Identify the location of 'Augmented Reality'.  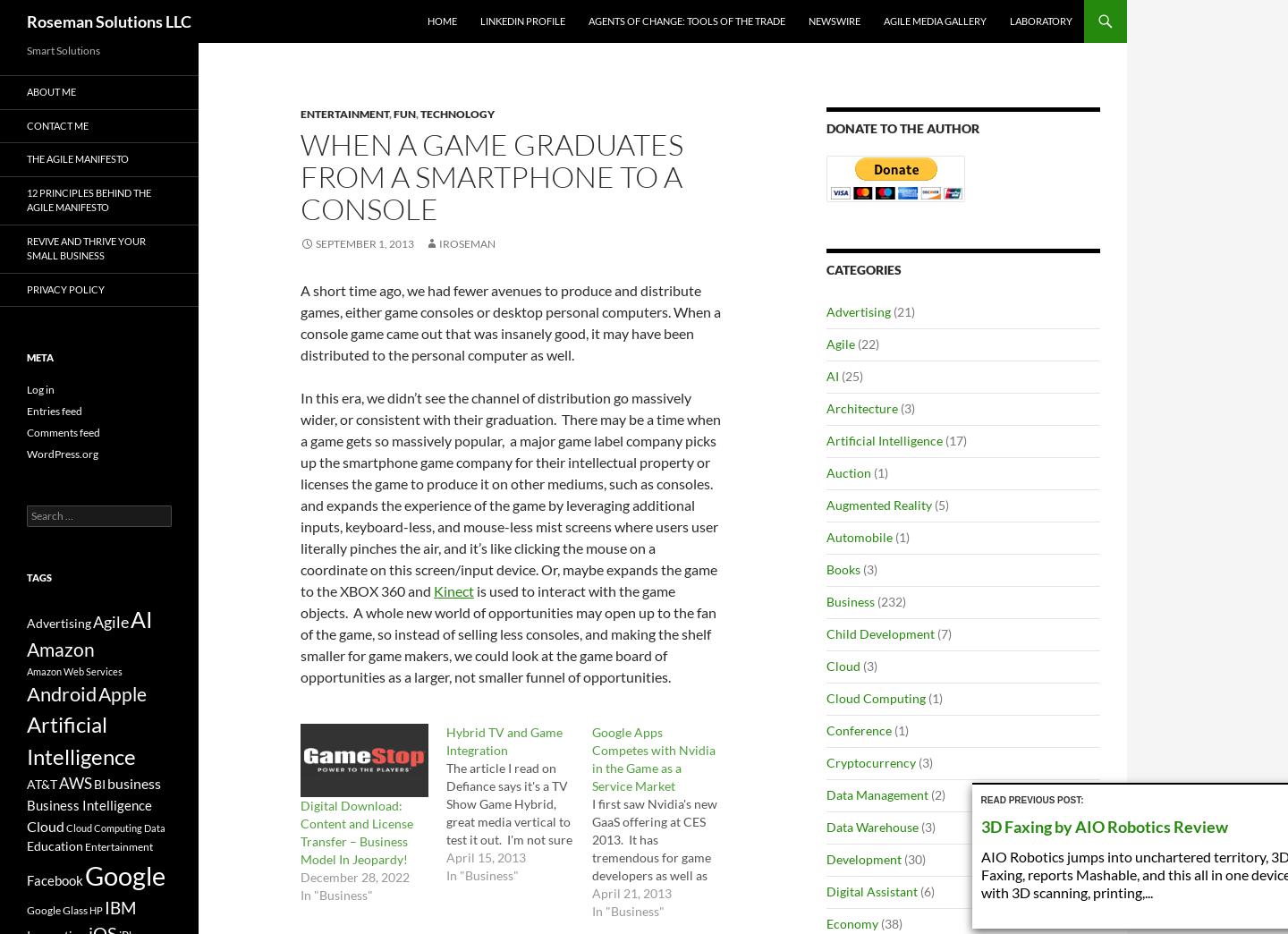
(877, 504).